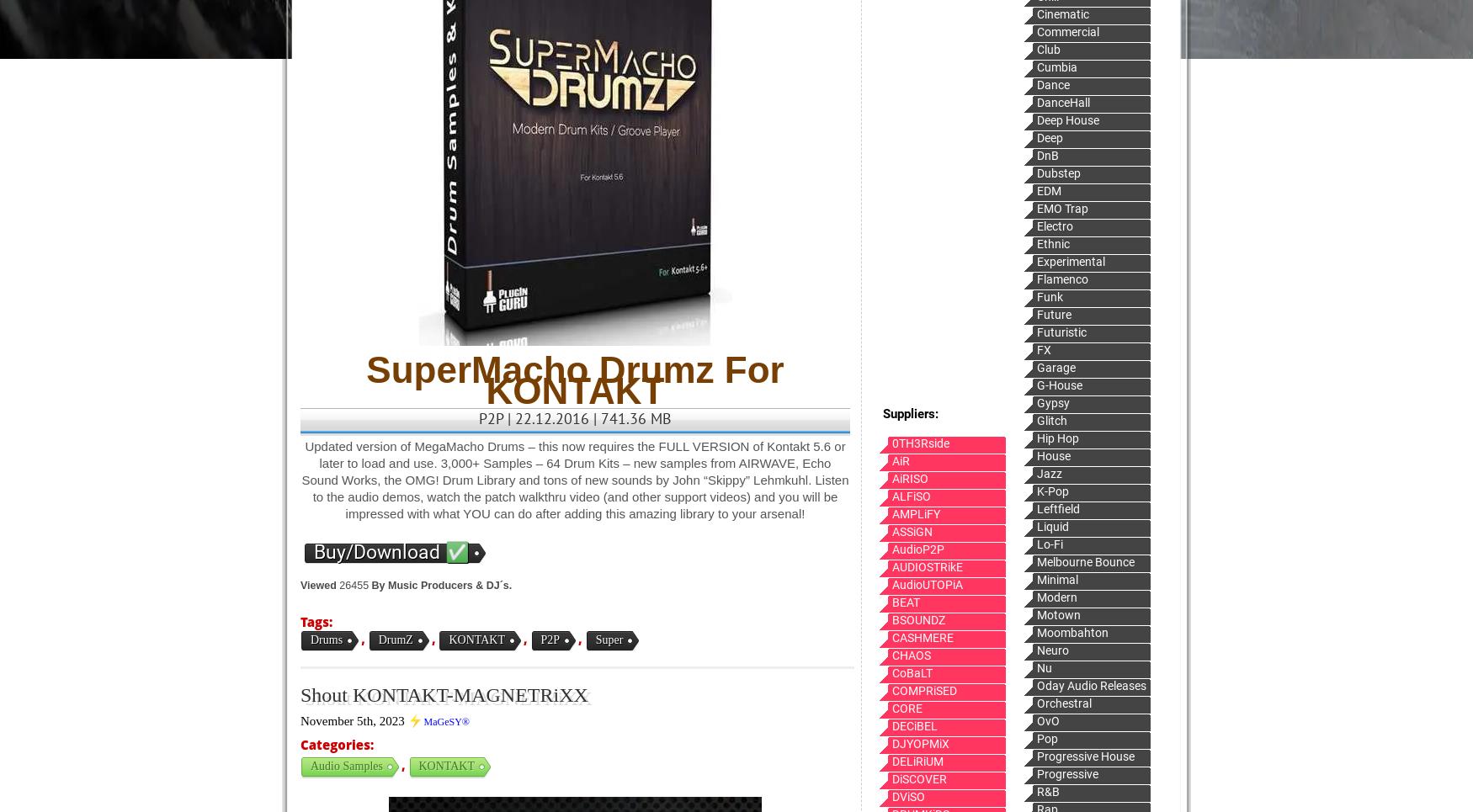 This screenshot has height=812, width=1473. Describe the element at coordinates (574, 418) in the screenshot. I see `'P2P | 22.12.2016 | 741.36 MB'` at that location.